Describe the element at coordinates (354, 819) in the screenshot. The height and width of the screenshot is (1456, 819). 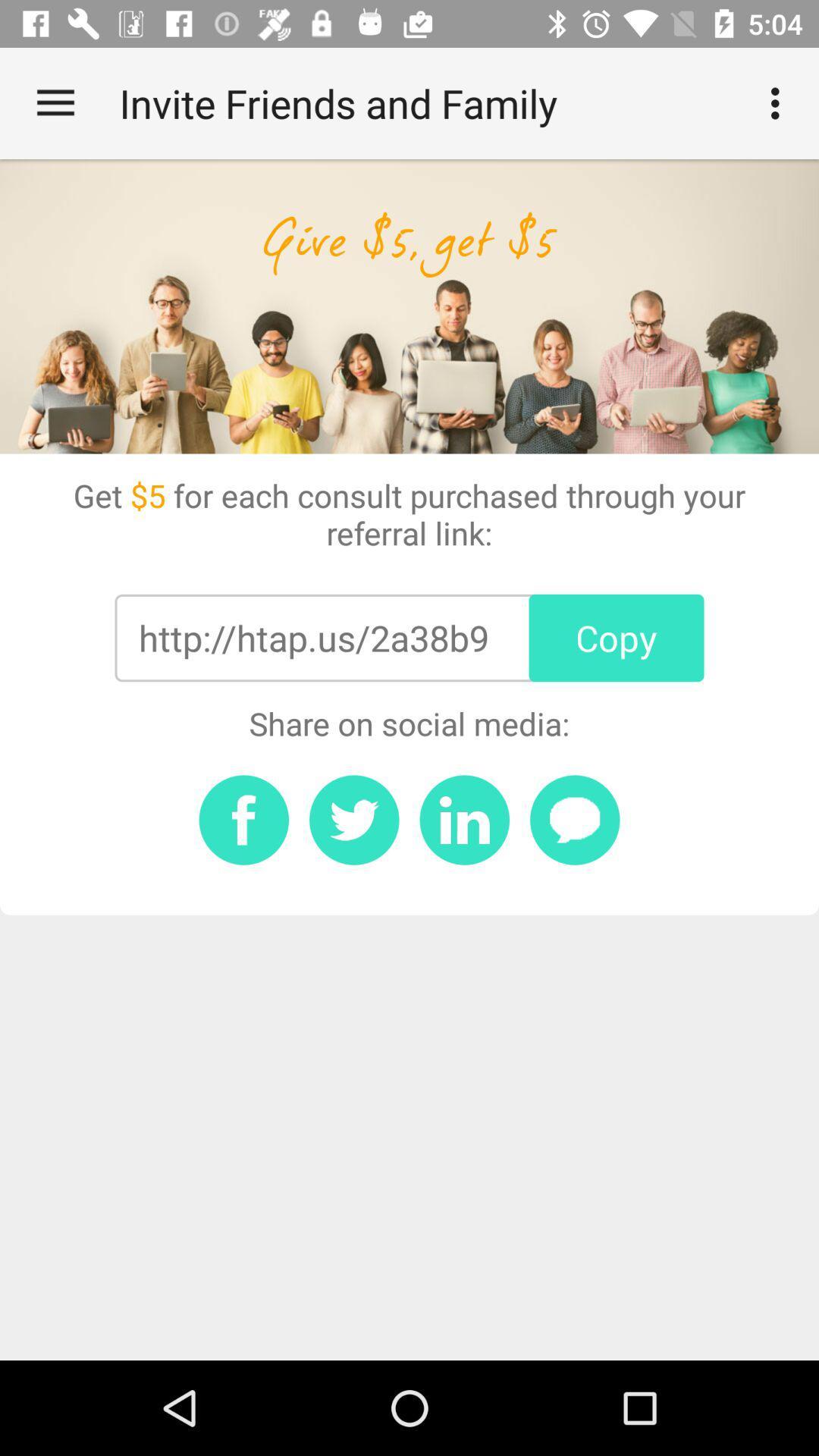
I see `share link on twitter` at that location.